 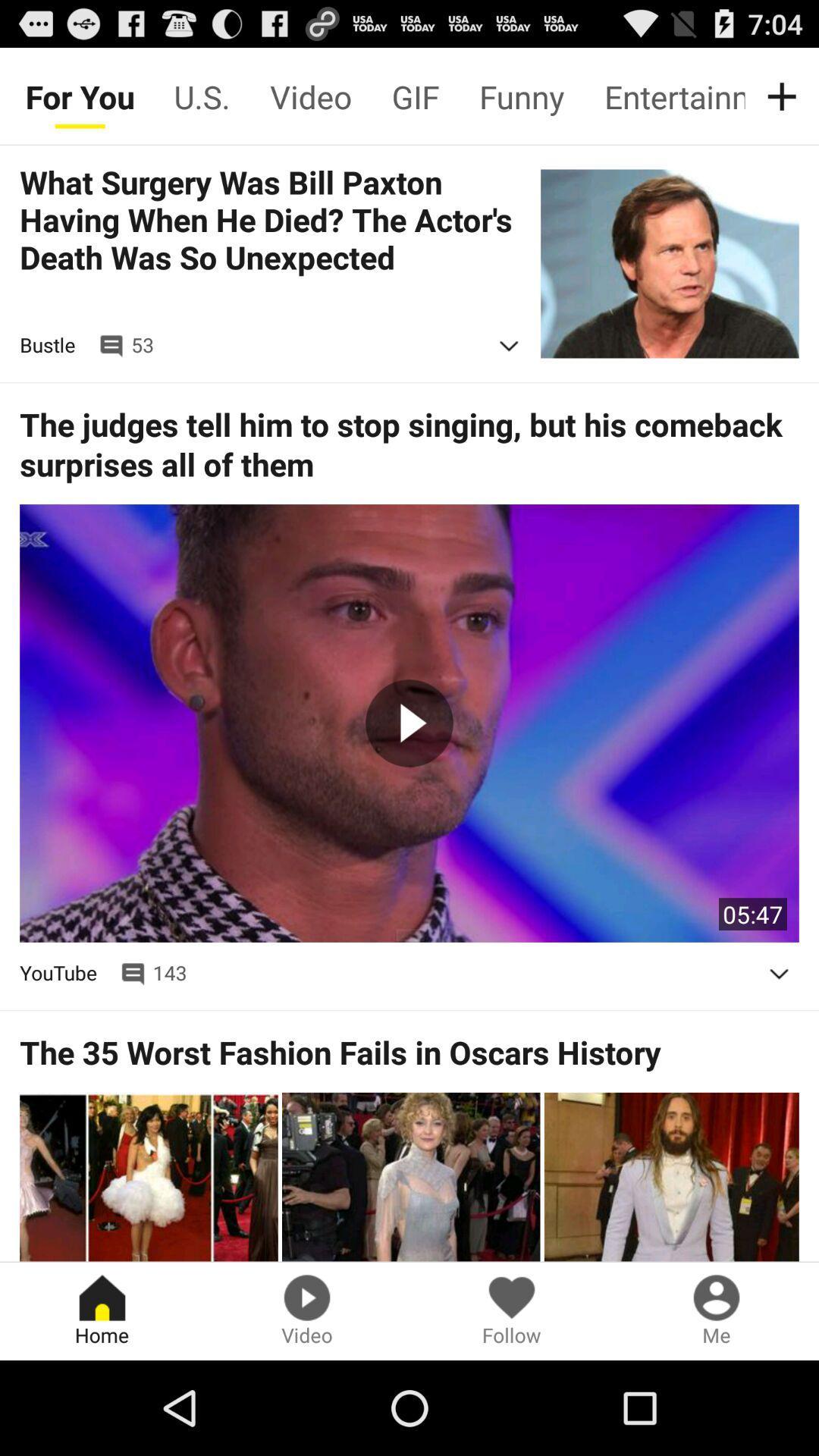 What do you see at coordinates (509, 345) in the screenshot?
I see `more details` at bounding box center [509, 345].